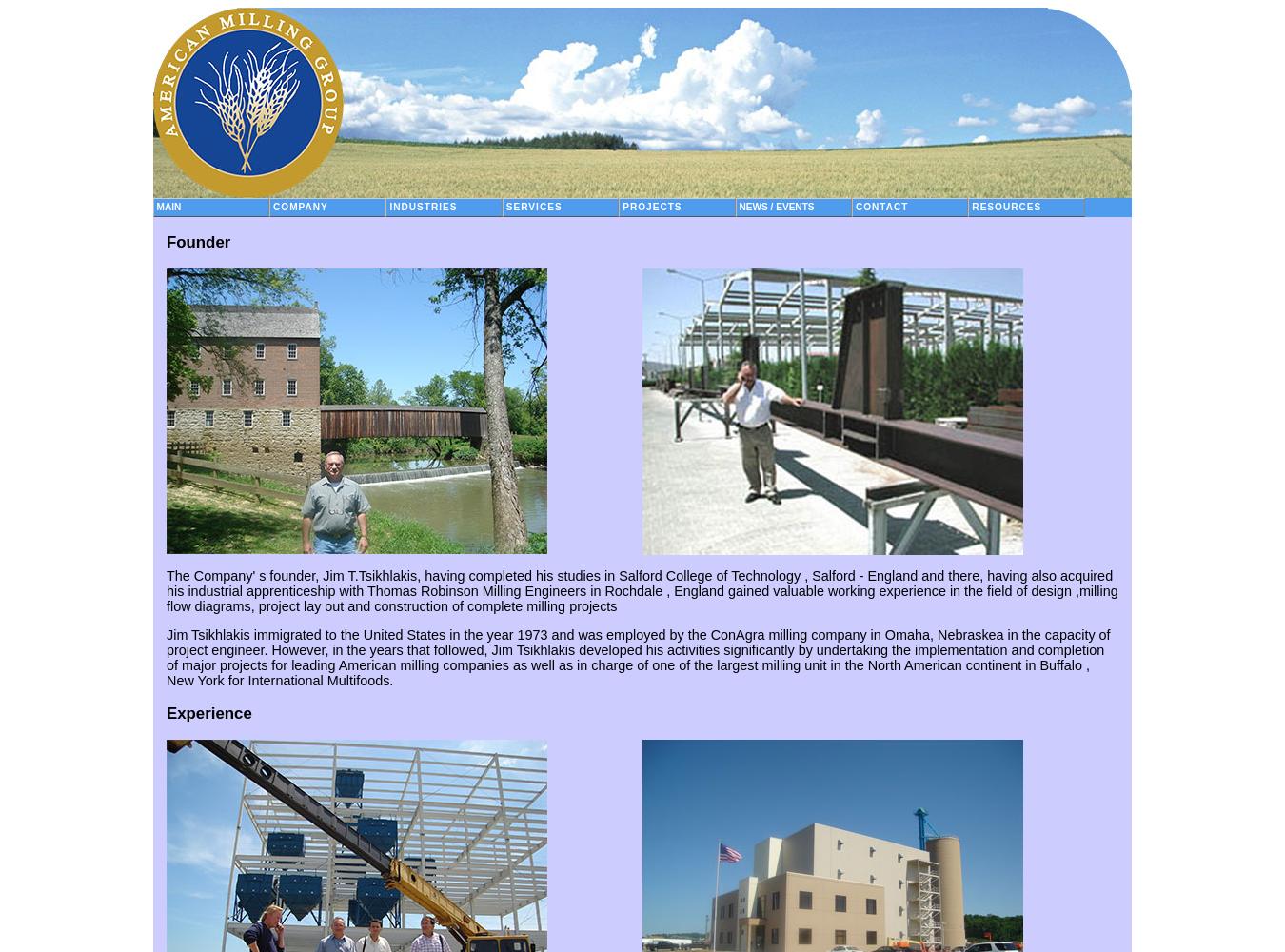 Image resolution: width=1285 pixels, height=952 pixels. Describe the element at coordinates (208, 712) in the screenshot. I see `'Experience'` at that location.